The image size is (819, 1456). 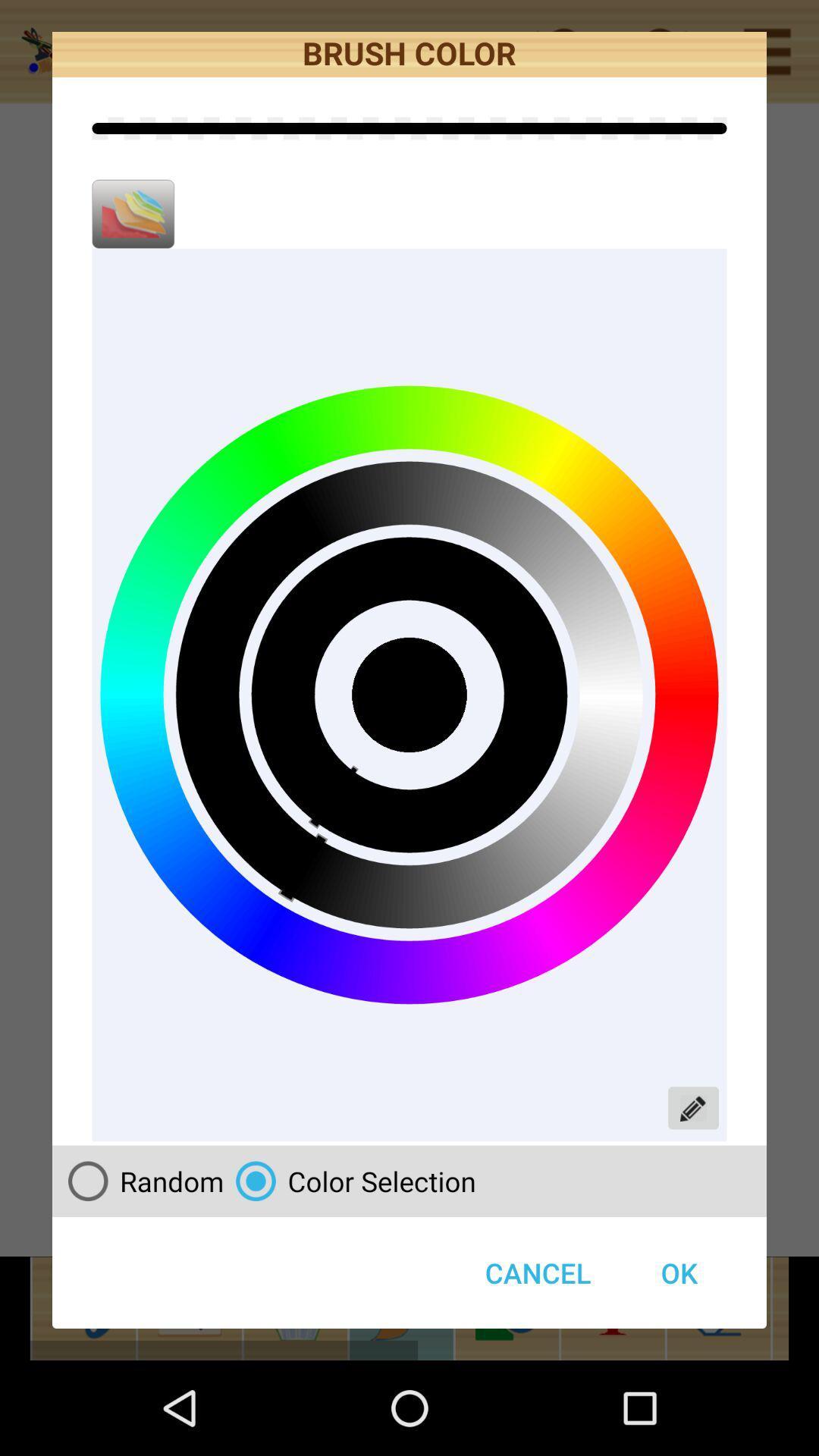 I want to click on color selection radio button, so click(x=350, y=1180).